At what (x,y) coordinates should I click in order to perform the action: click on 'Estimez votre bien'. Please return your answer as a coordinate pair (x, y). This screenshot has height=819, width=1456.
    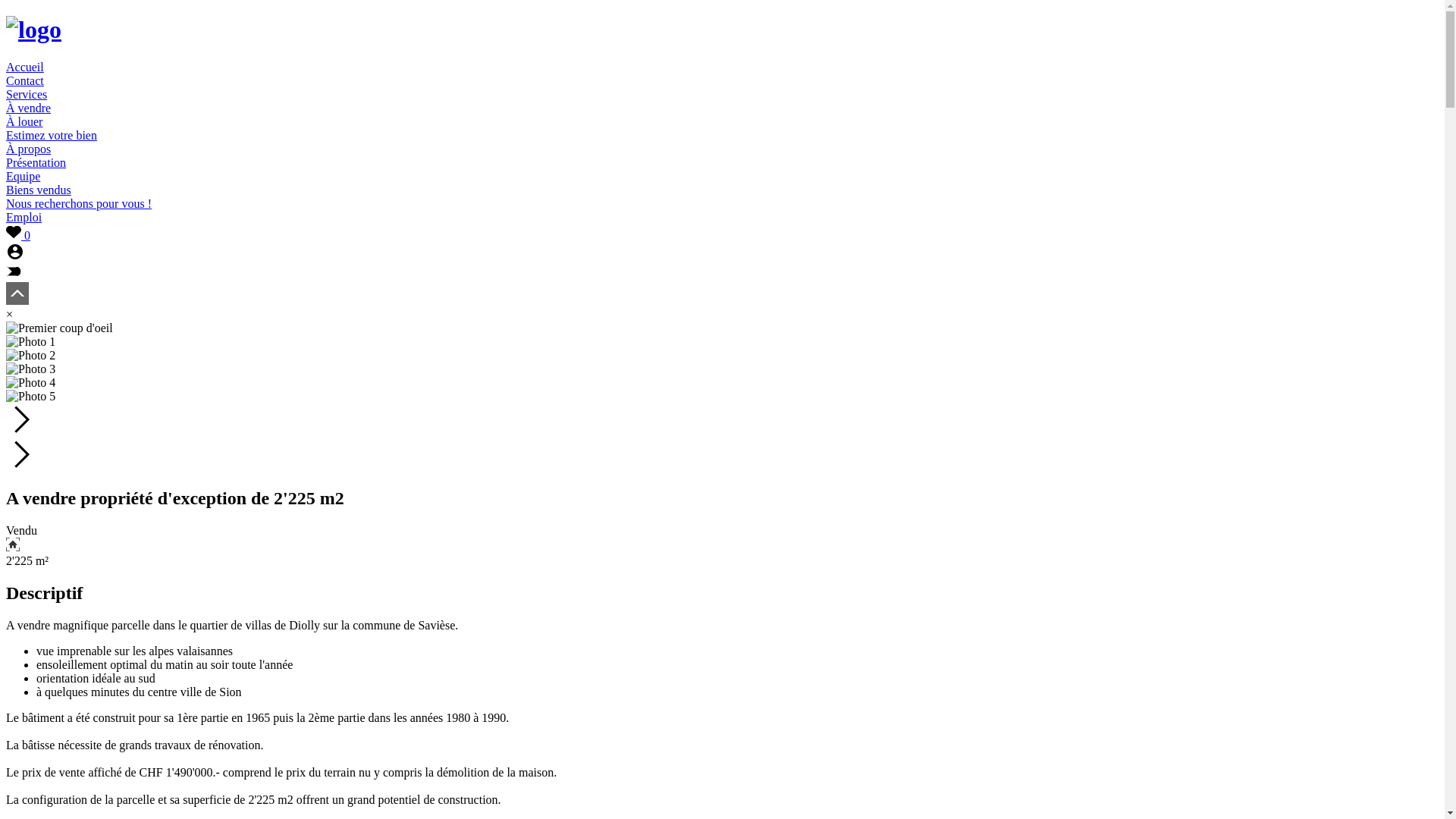
    Looking at the image, I should click on (6, 134).